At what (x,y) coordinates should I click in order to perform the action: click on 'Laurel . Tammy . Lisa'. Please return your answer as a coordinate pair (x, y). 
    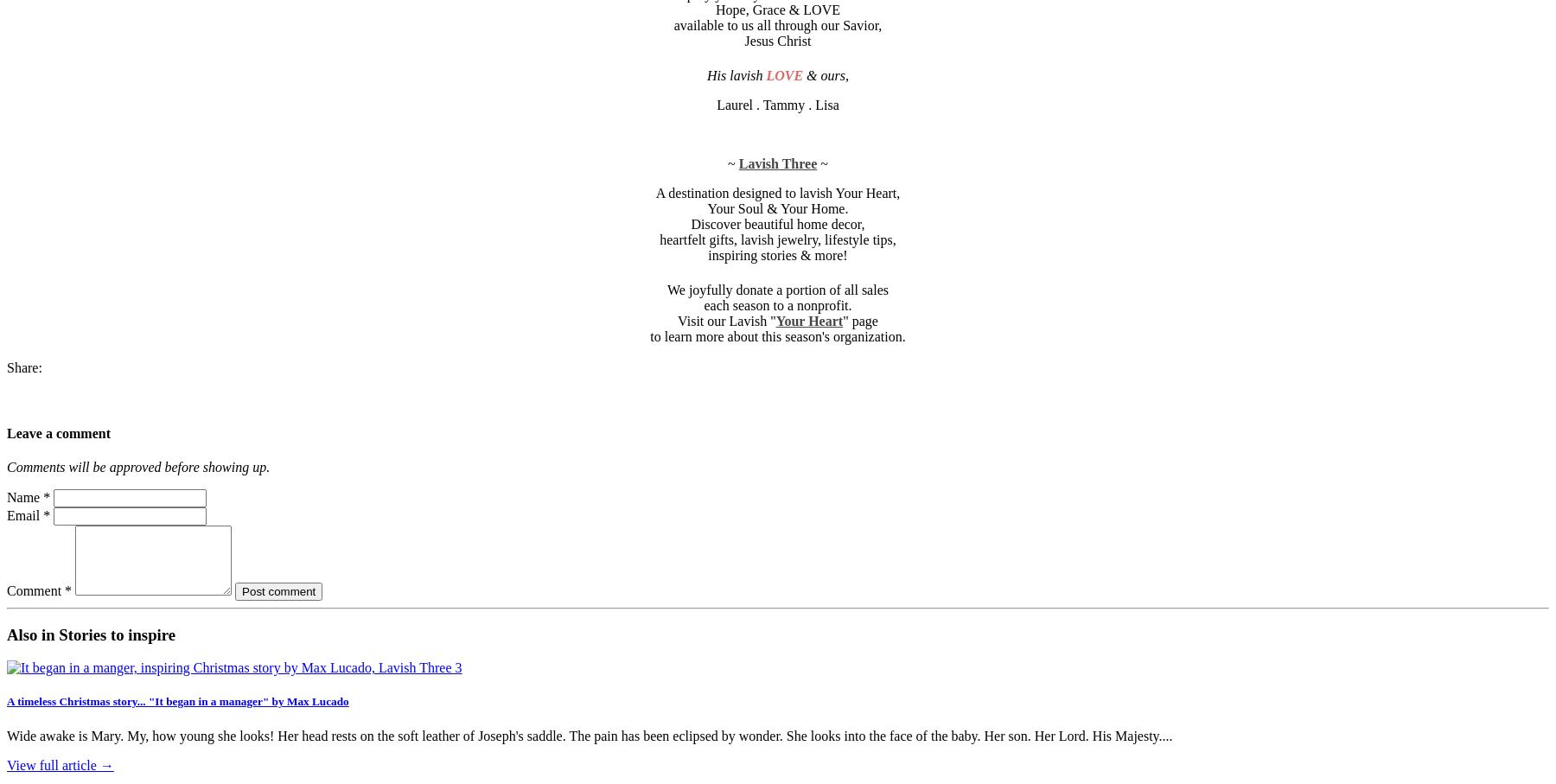
    Looking at the image, I should click on (777, 104).